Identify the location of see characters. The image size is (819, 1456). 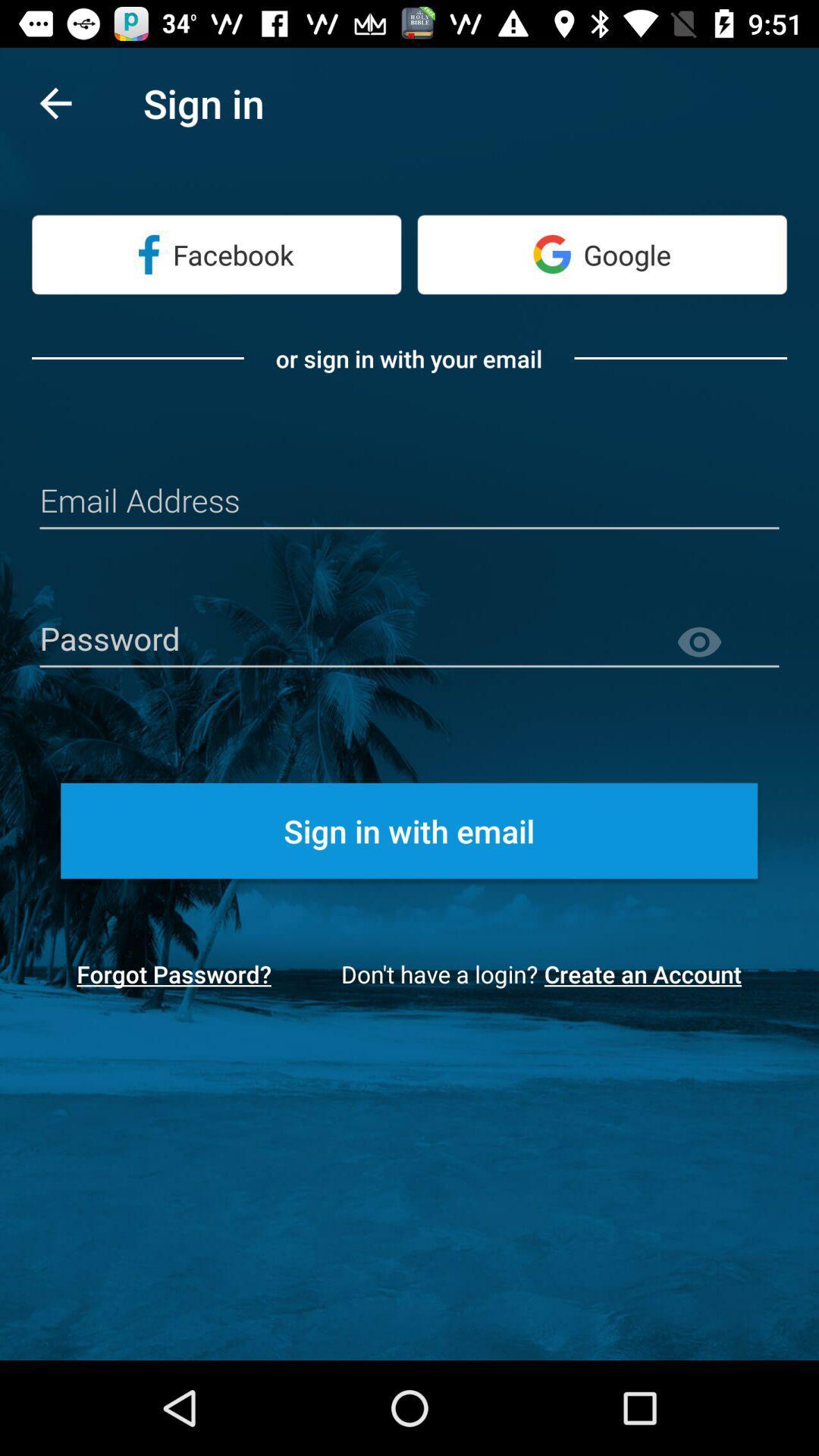
(726, 642).